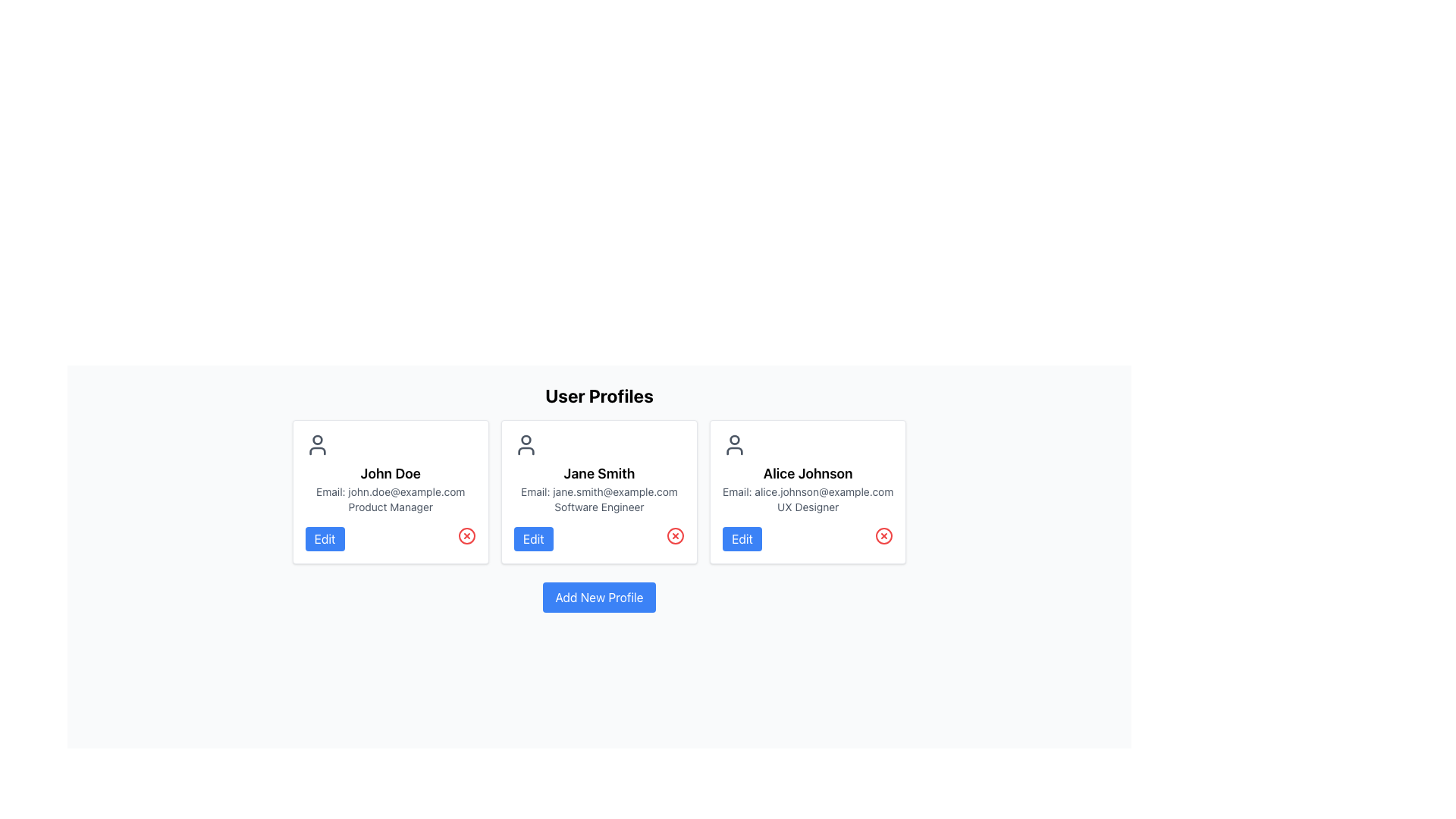 The height and width of the screenshot is (819, 1456). Describe the element at coordinates (598, 507) in the screenshot. I see `the text label indicating the professional title 'Software Engineer' for Jane Smith, located in the second profile card from the left, below her name and email address, and above the 'Edit' button` at that location.